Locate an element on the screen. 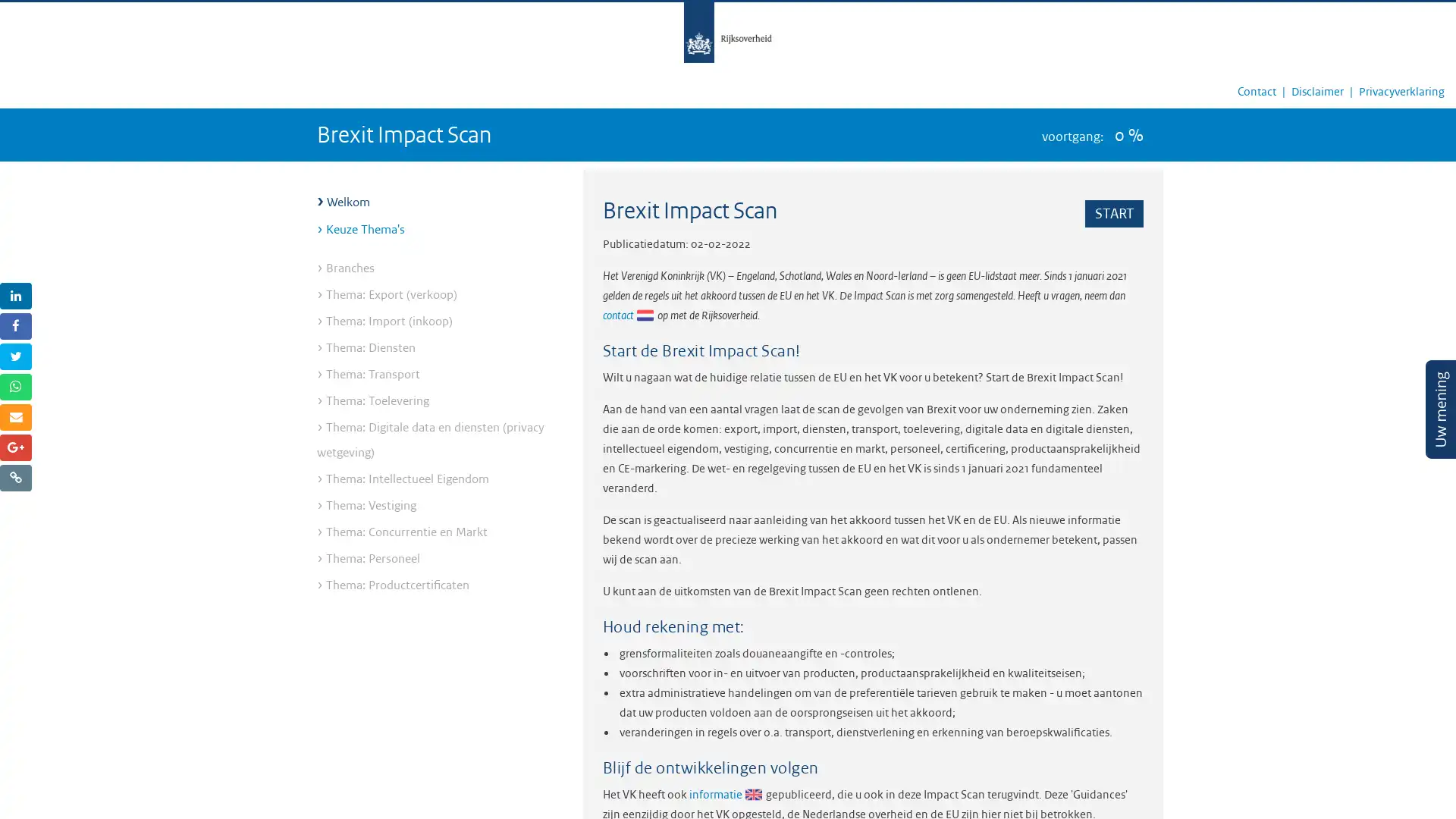  START is located at coordinates (1113, 213).